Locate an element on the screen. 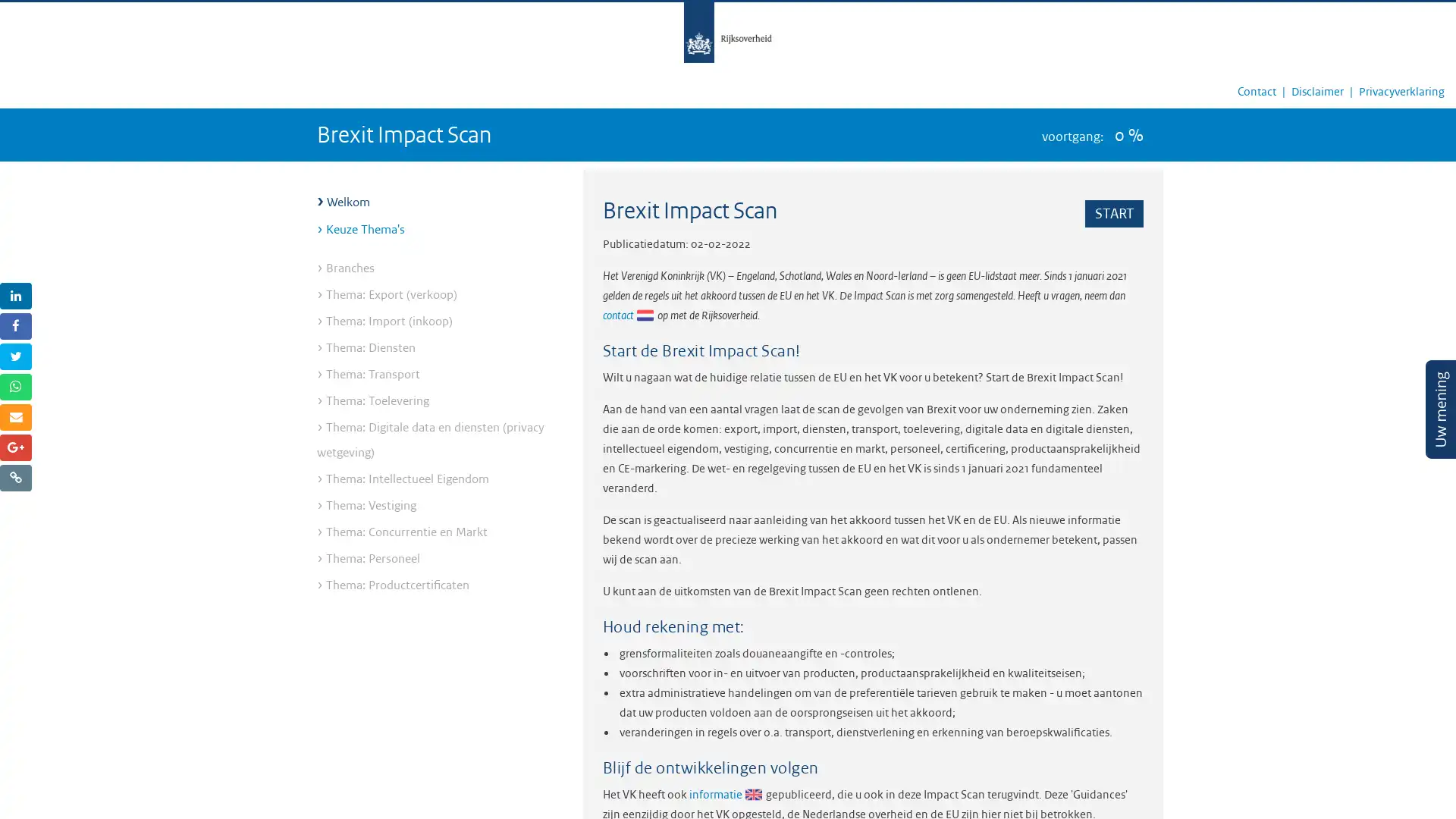  START is located at coordinates (1113, 213).